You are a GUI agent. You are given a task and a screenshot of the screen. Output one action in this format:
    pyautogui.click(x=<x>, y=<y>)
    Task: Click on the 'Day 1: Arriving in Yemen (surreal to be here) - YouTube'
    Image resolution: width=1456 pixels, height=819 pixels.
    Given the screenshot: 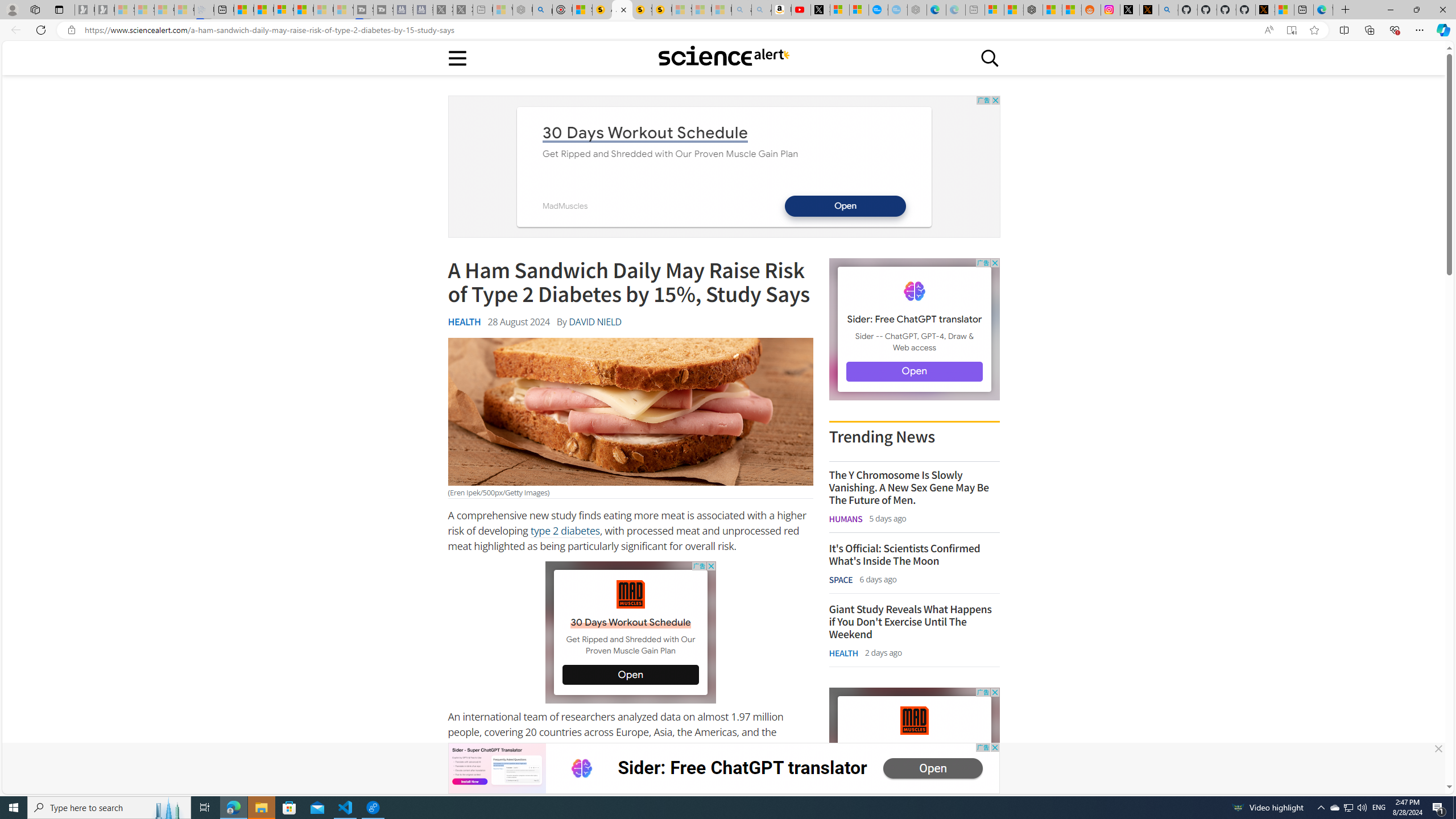 What is the action you would take?
    pyautogui.click(x=800, y=9)
    